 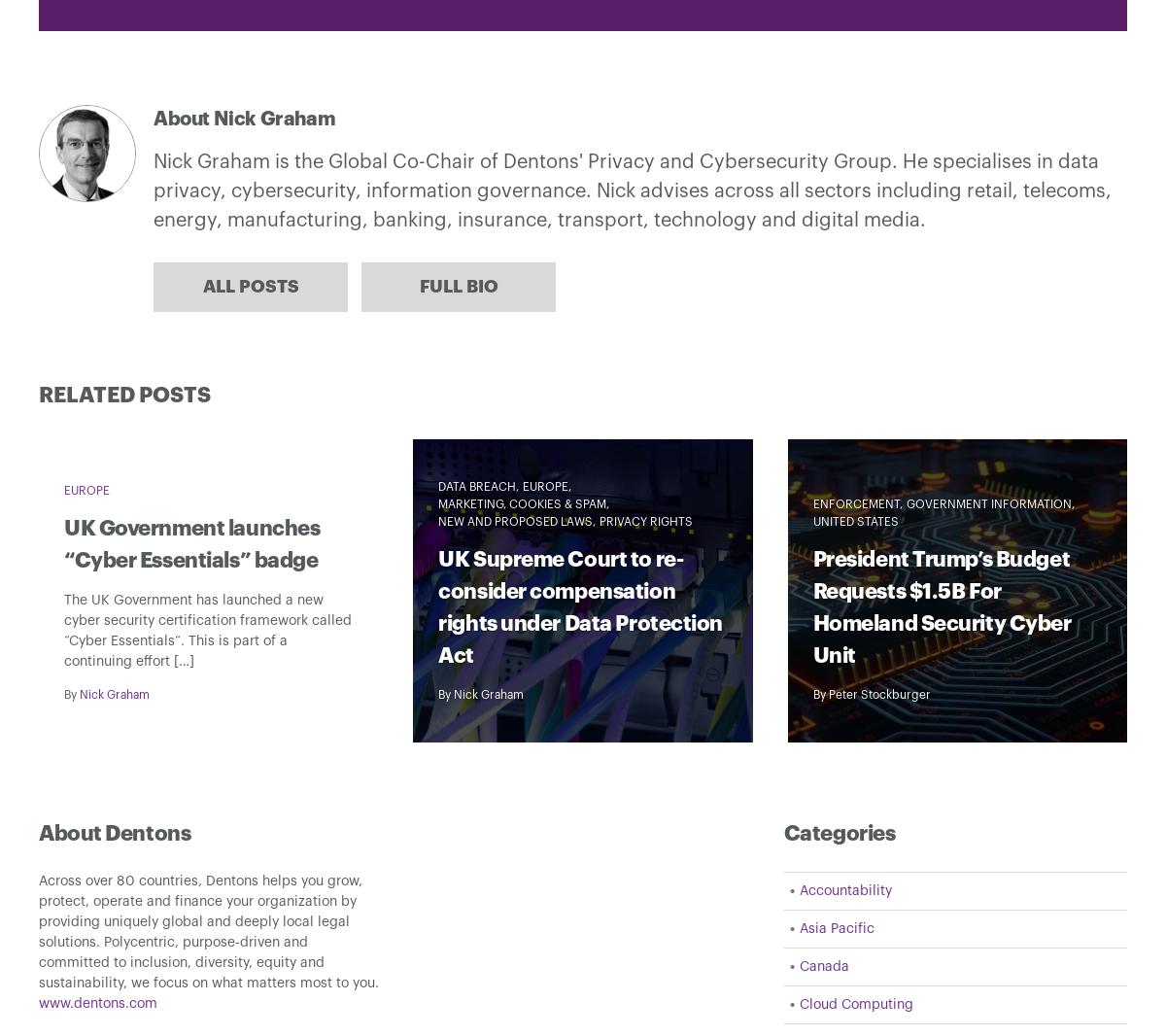 I want to click on 'RELATED POSTS', so click(x=124, y=395).